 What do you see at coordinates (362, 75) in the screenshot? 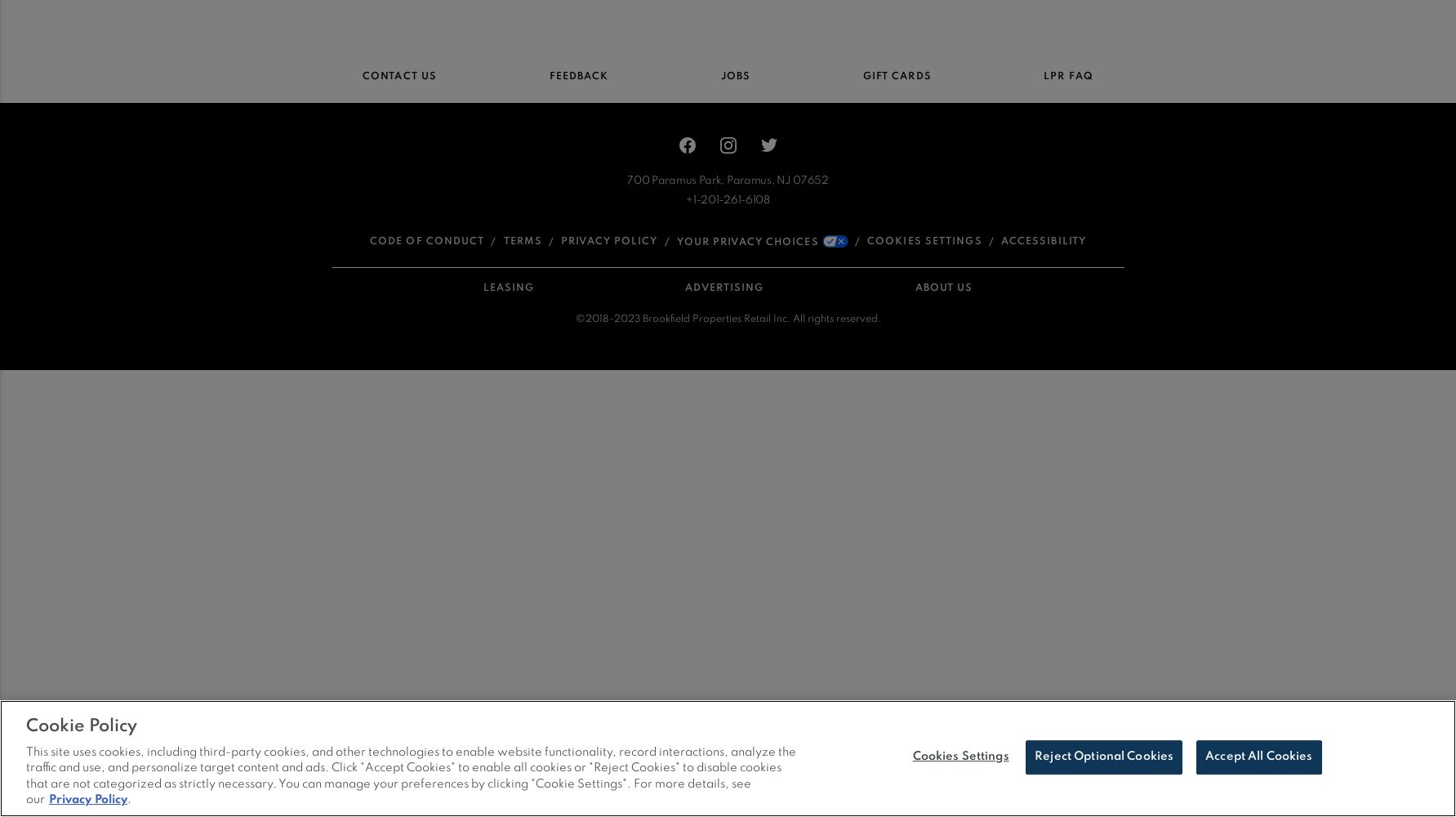
I see `'Contact Us'` at bounding box center [362, 75].